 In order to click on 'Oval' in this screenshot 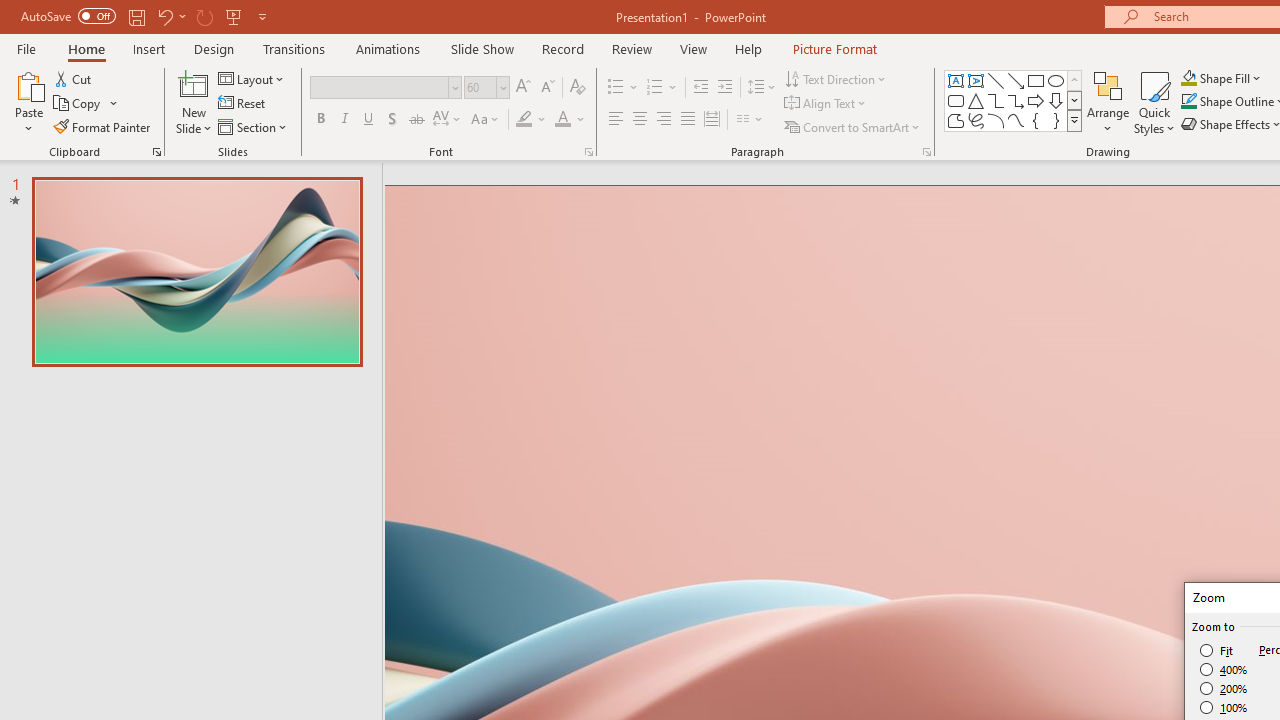, I will do `click(1055, 80)`.